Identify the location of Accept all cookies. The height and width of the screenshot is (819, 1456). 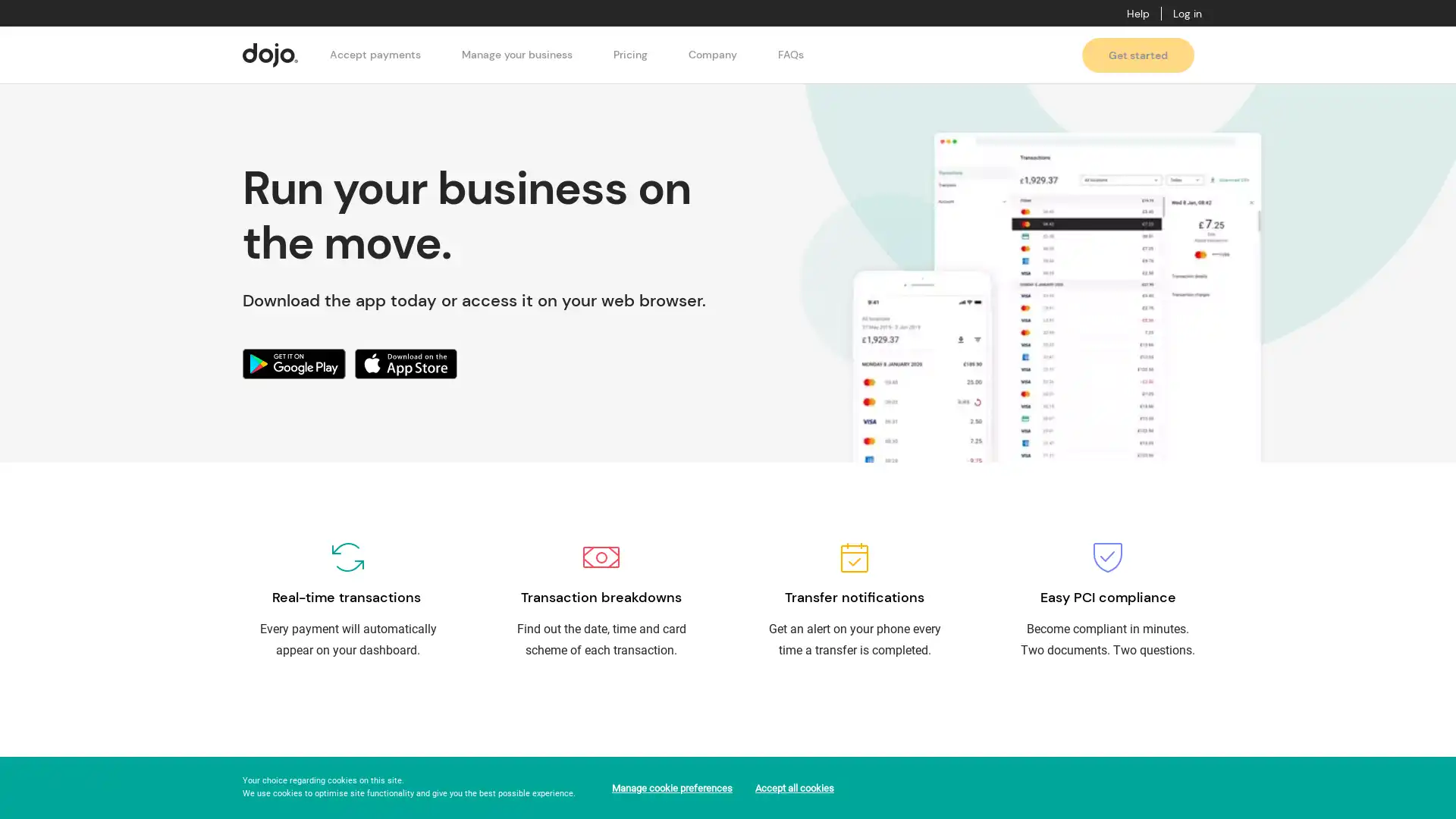
(793, 786).